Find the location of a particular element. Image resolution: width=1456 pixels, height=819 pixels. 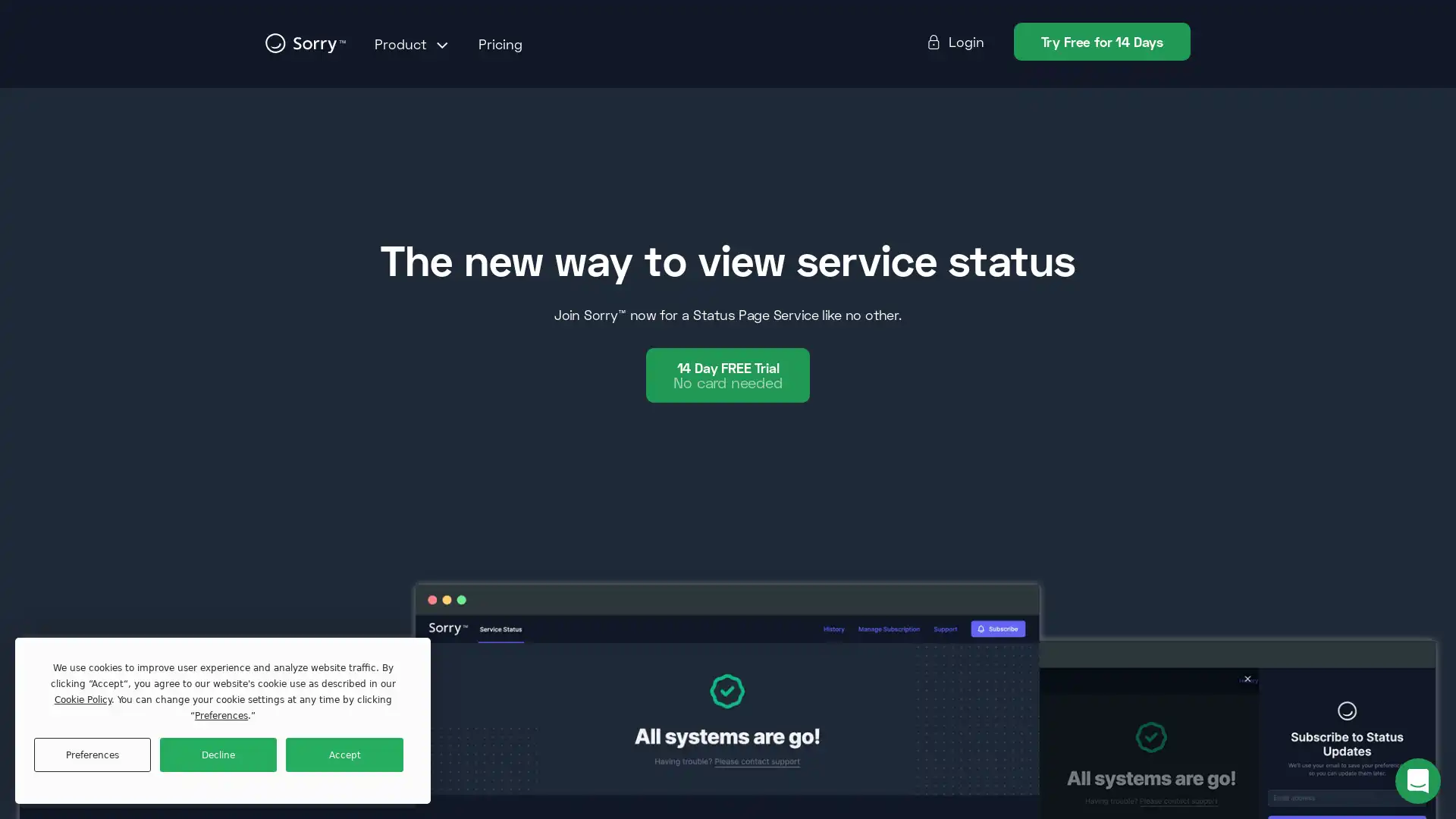

Accept is located at coordinates (344, 755).